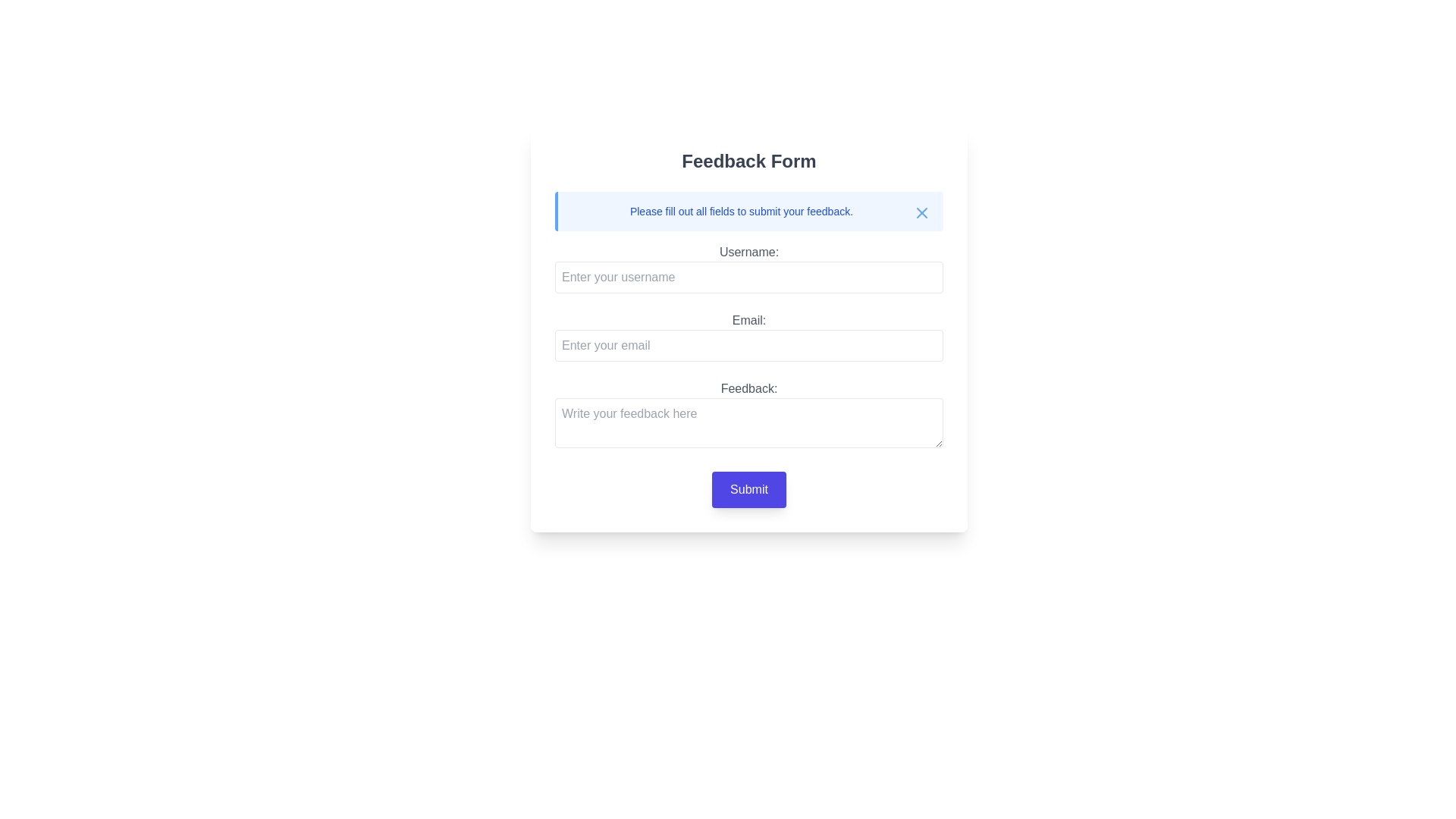  I want to click on the close button located at the far right of the notification banner, so click(921, 213).